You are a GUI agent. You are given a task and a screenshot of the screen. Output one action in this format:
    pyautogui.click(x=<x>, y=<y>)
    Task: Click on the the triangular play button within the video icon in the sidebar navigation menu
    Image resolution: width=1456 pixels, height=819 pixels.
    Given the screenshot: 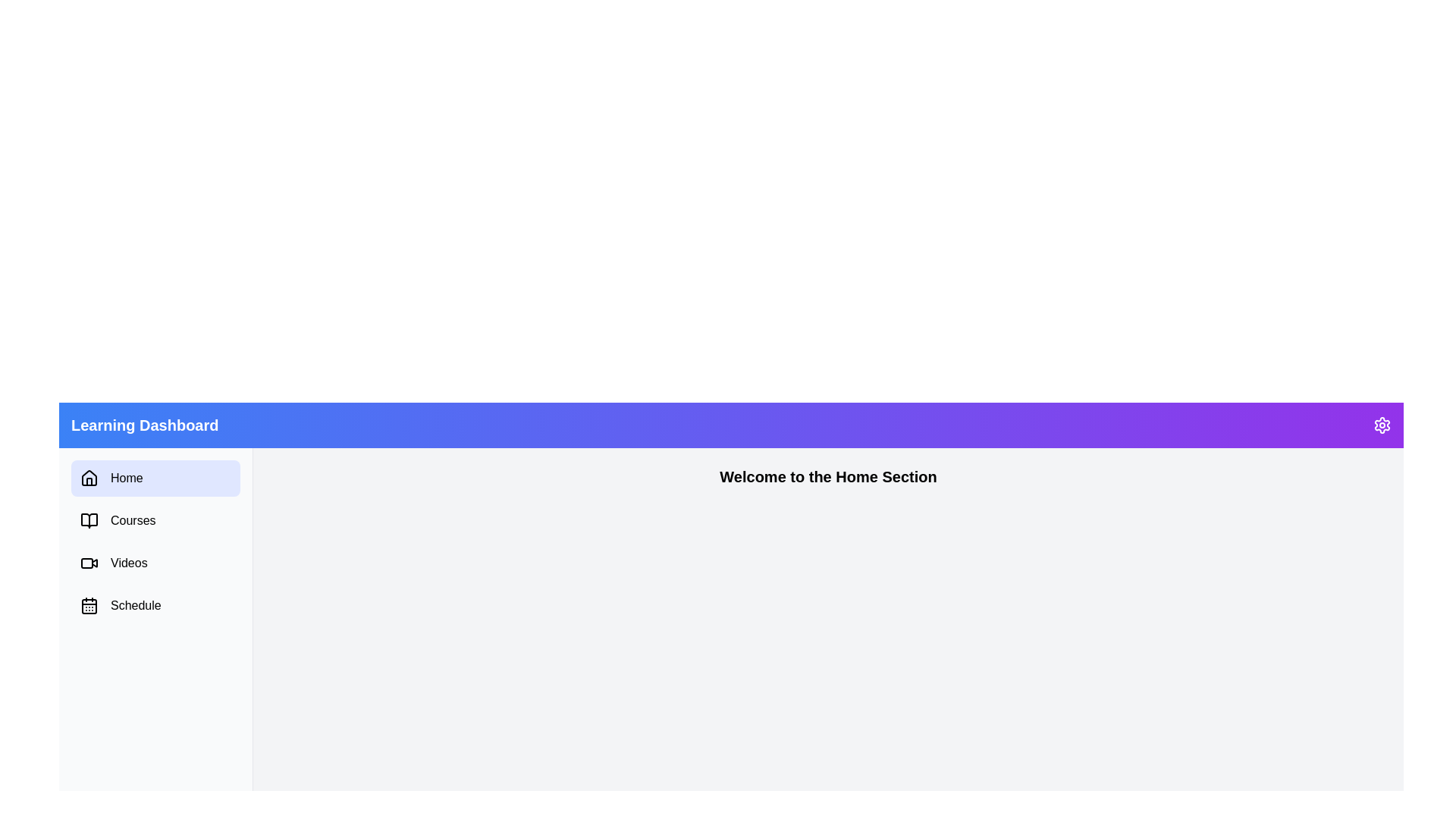 What is the action you would take?
    pyautogui.click(x=93, y=562)
    